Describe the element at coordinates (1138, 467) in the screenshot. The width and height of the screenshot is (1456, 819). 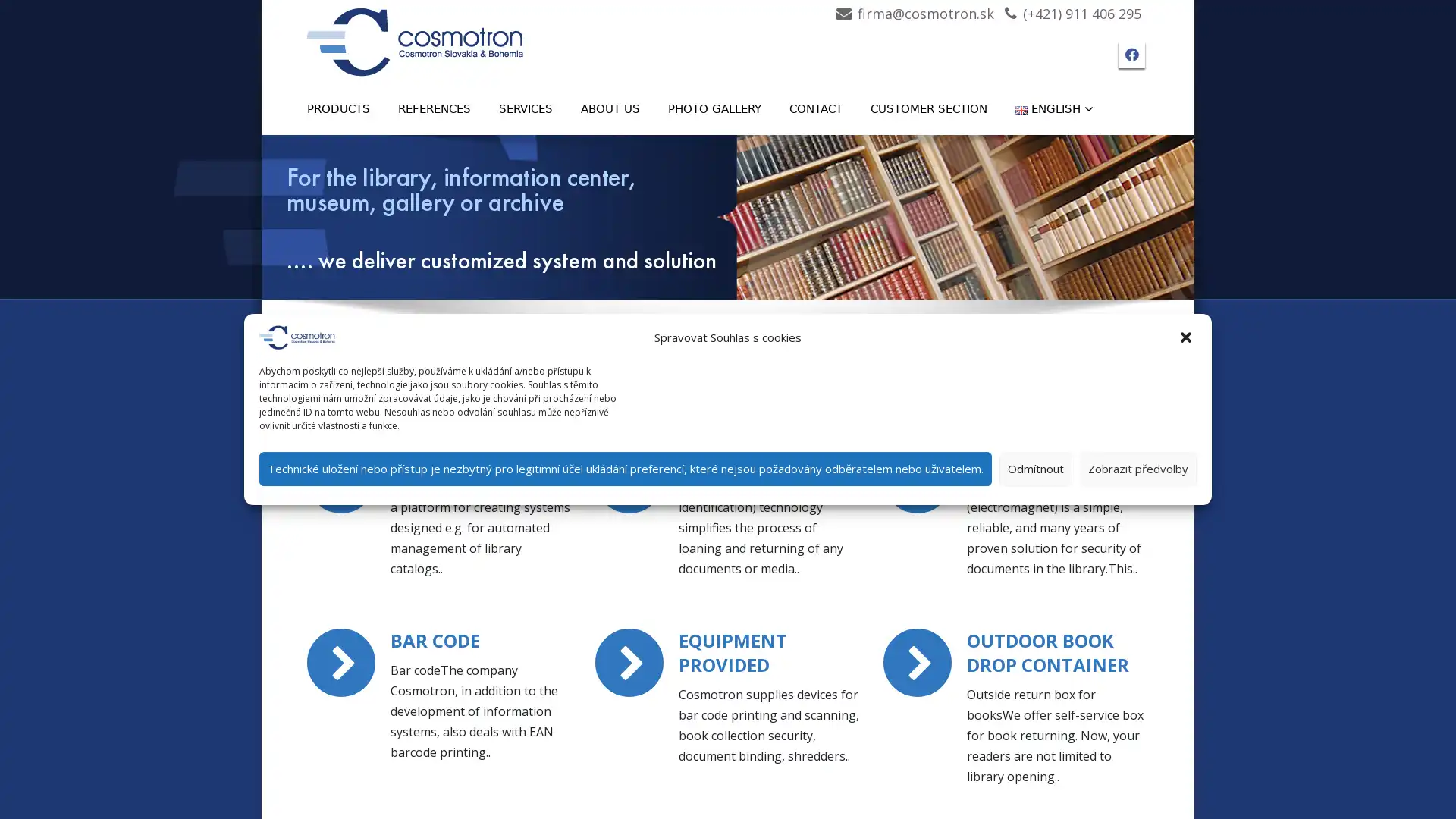
I see `Zobrazit predvolby` at that location.